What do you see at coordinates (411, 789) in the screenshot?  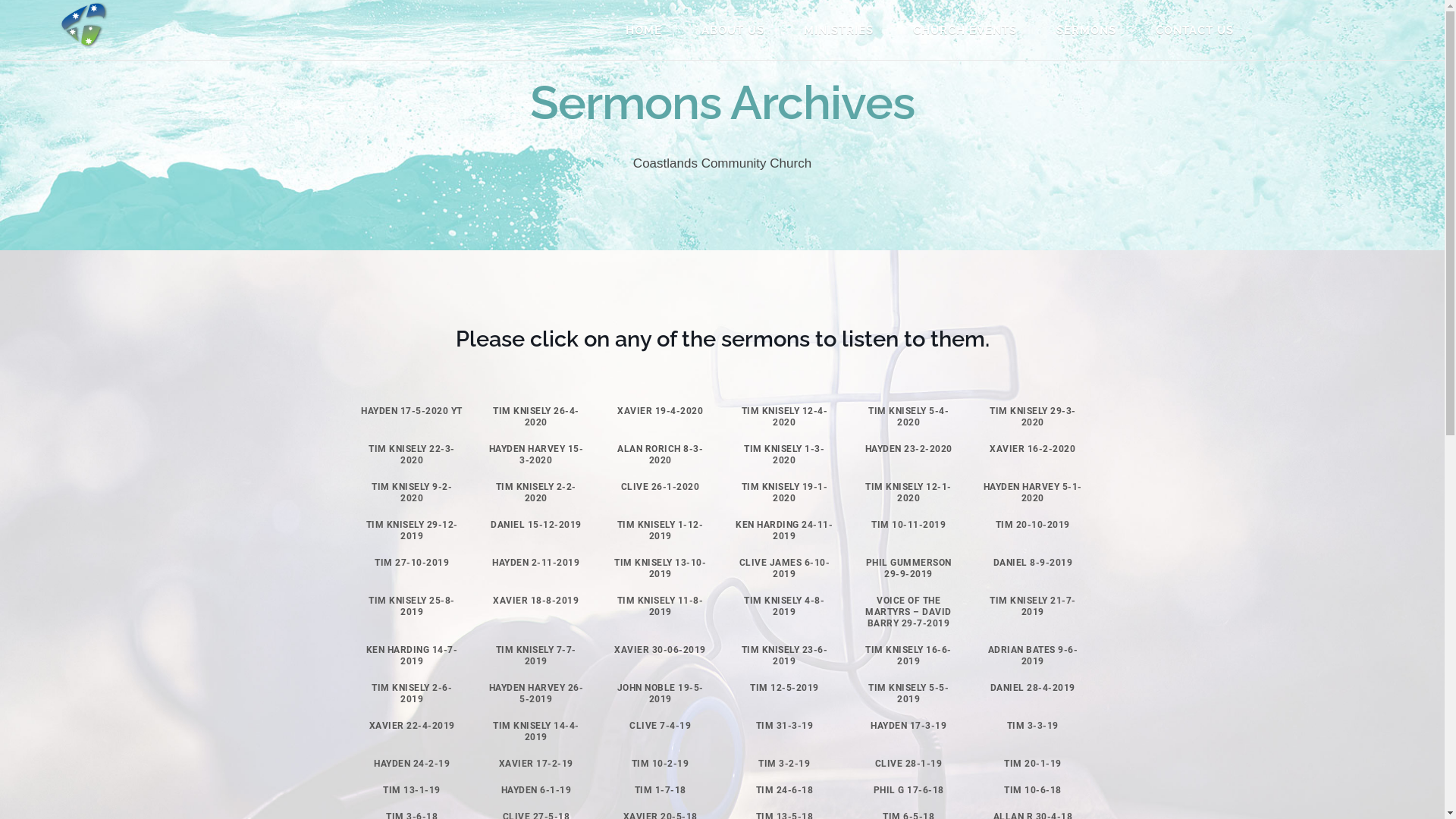 I see `'TIM 13-1-19'` at bounding box center [411, 789].